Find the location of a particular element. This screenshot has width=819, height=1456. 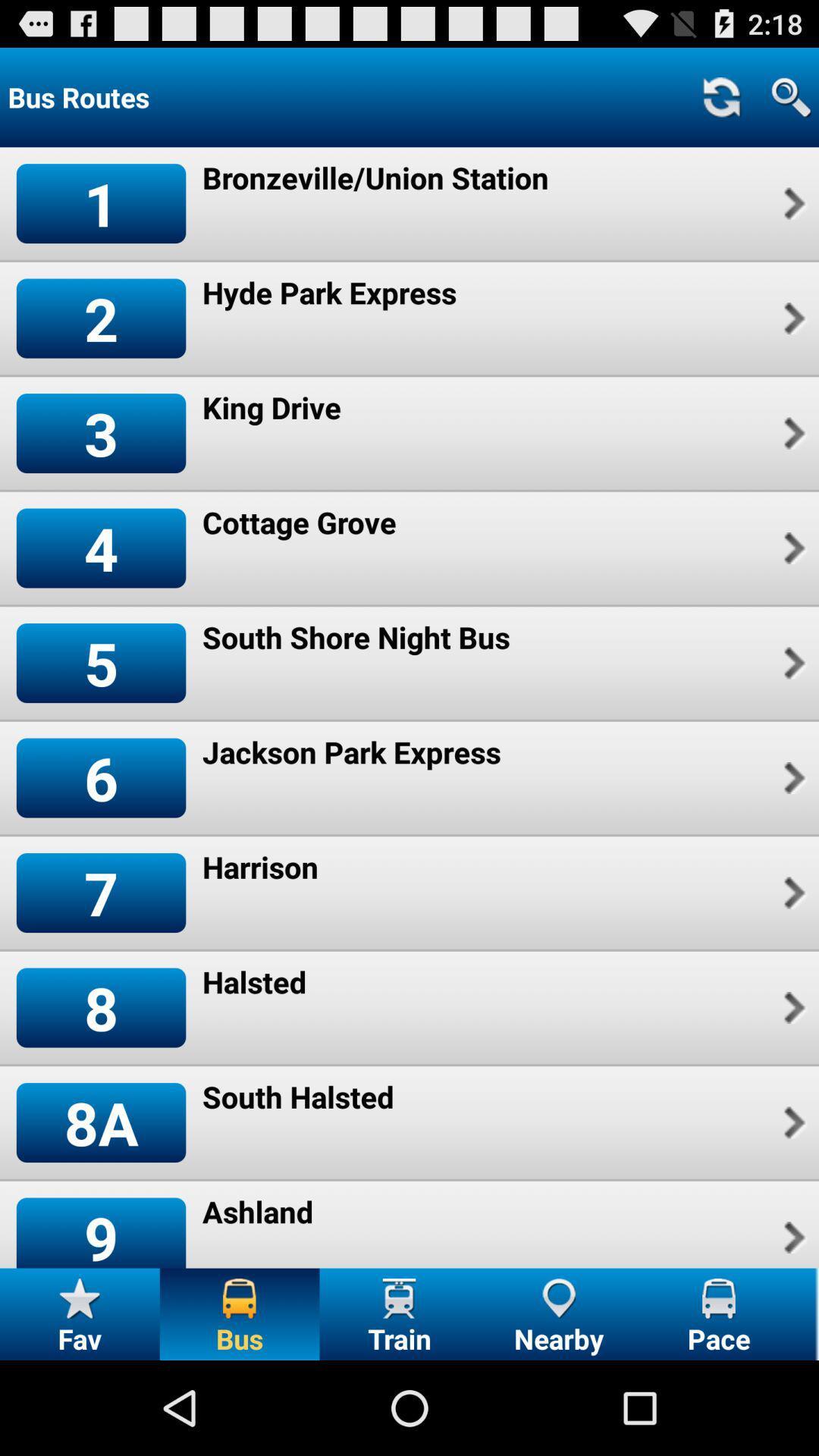

bronzeville/union station icon is located at coordinates (375, 177).